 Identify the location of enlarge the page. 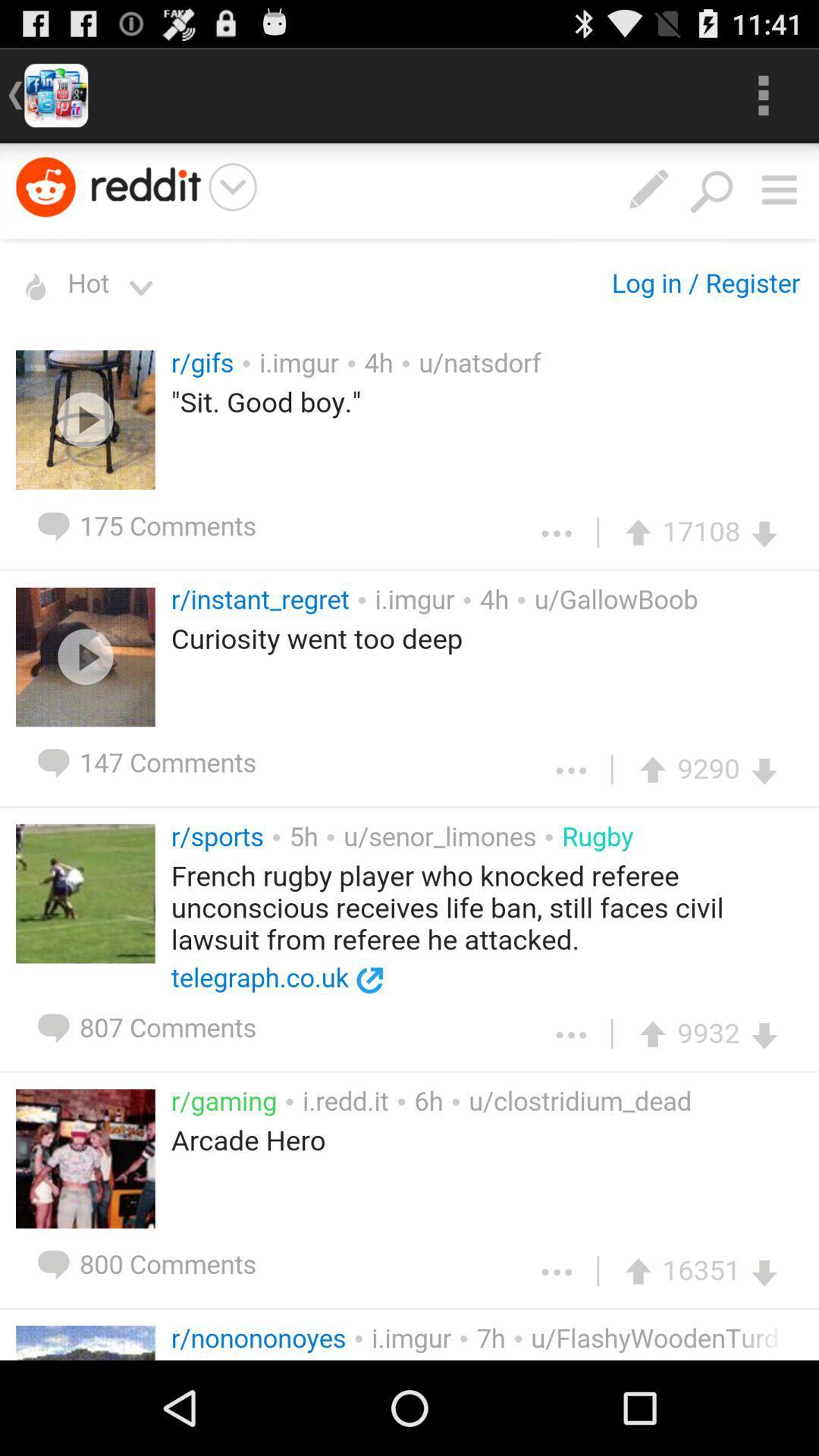
(409, 752).